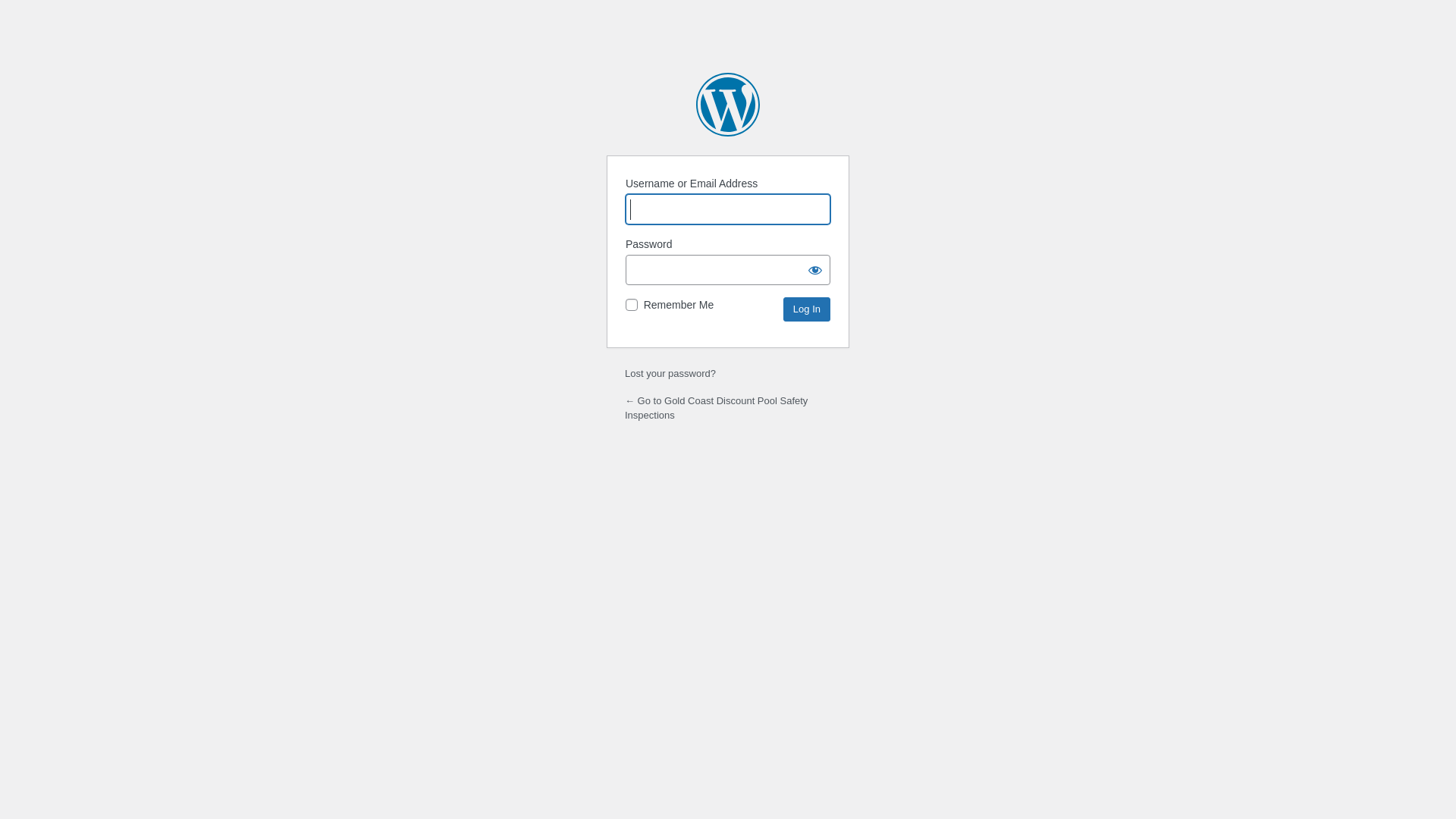 The image size is (1456, 819). I want to click on 'Lost your password?', so click(669, 373).